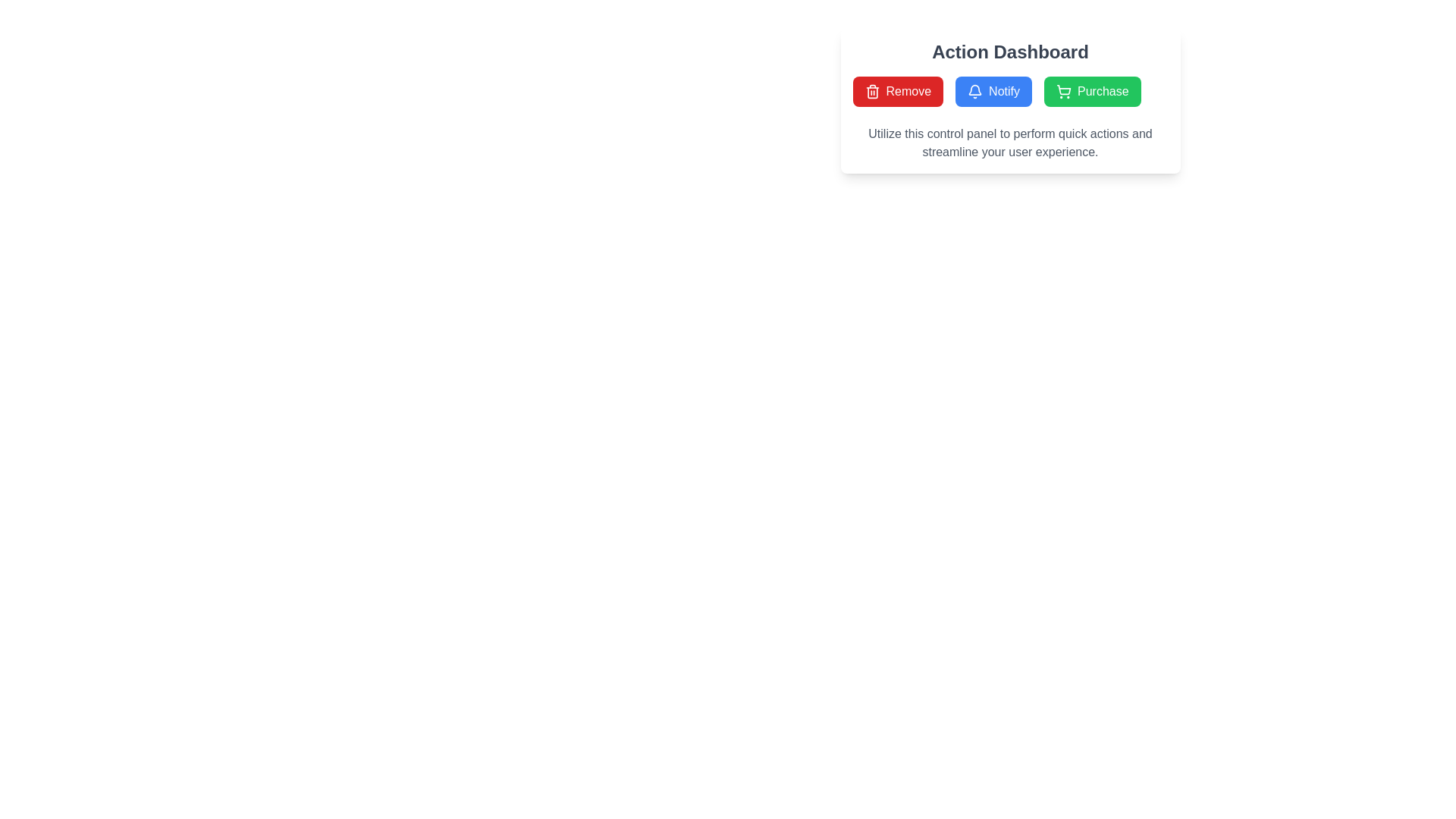 Image resolution: width=1456 pixels, height=819 pixels. I want to click on the shopping cart icon located within the green 'Purchase' button in the top-right section of the interface, so click(1062, 91).